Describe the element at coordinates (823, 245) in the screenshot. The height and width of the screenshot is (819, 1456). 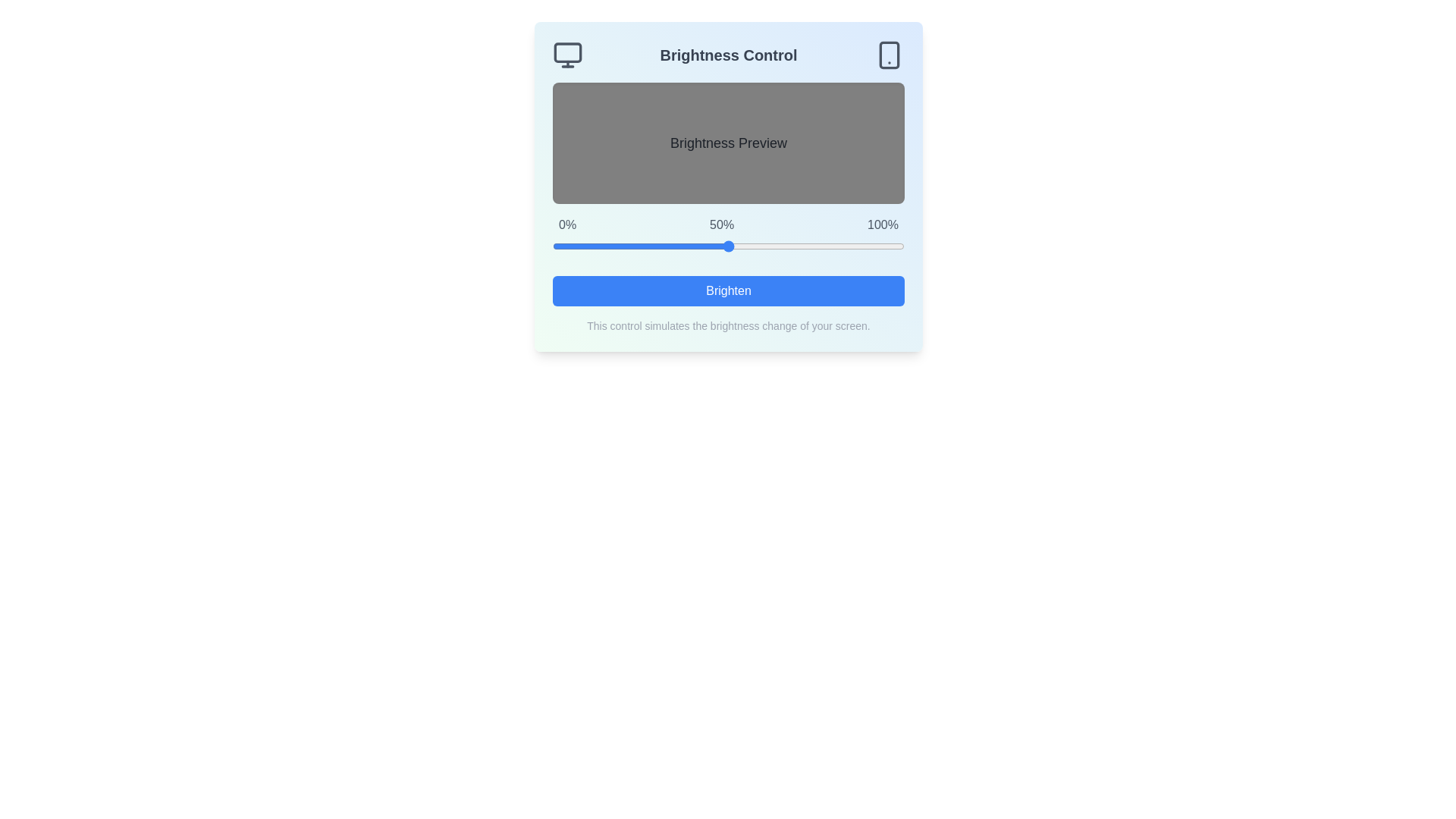
I see `the brightness slider to set the brightness level to 77%` at that location.